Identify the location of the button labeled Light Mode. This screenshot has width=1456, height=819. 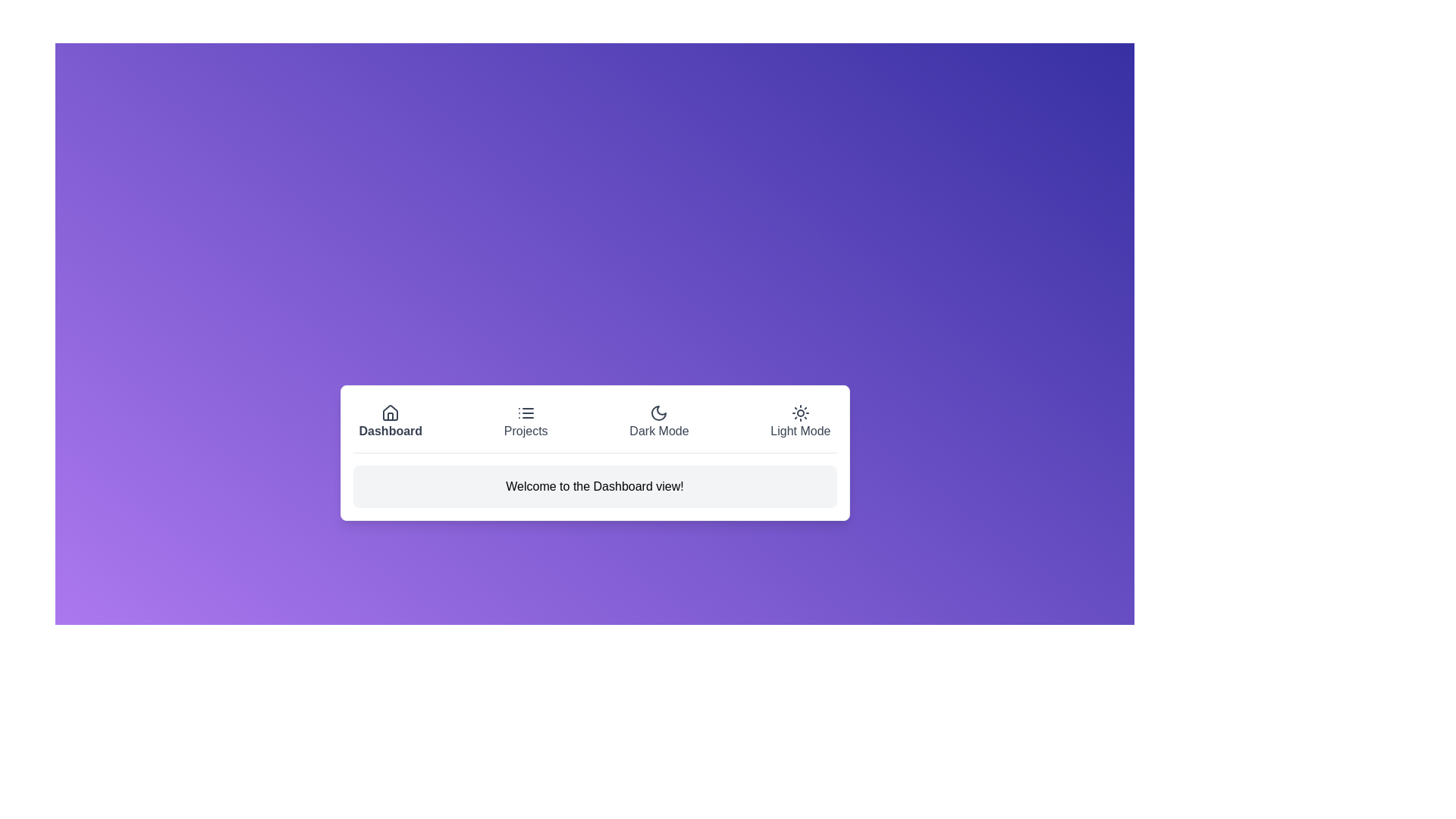
(800, 422).